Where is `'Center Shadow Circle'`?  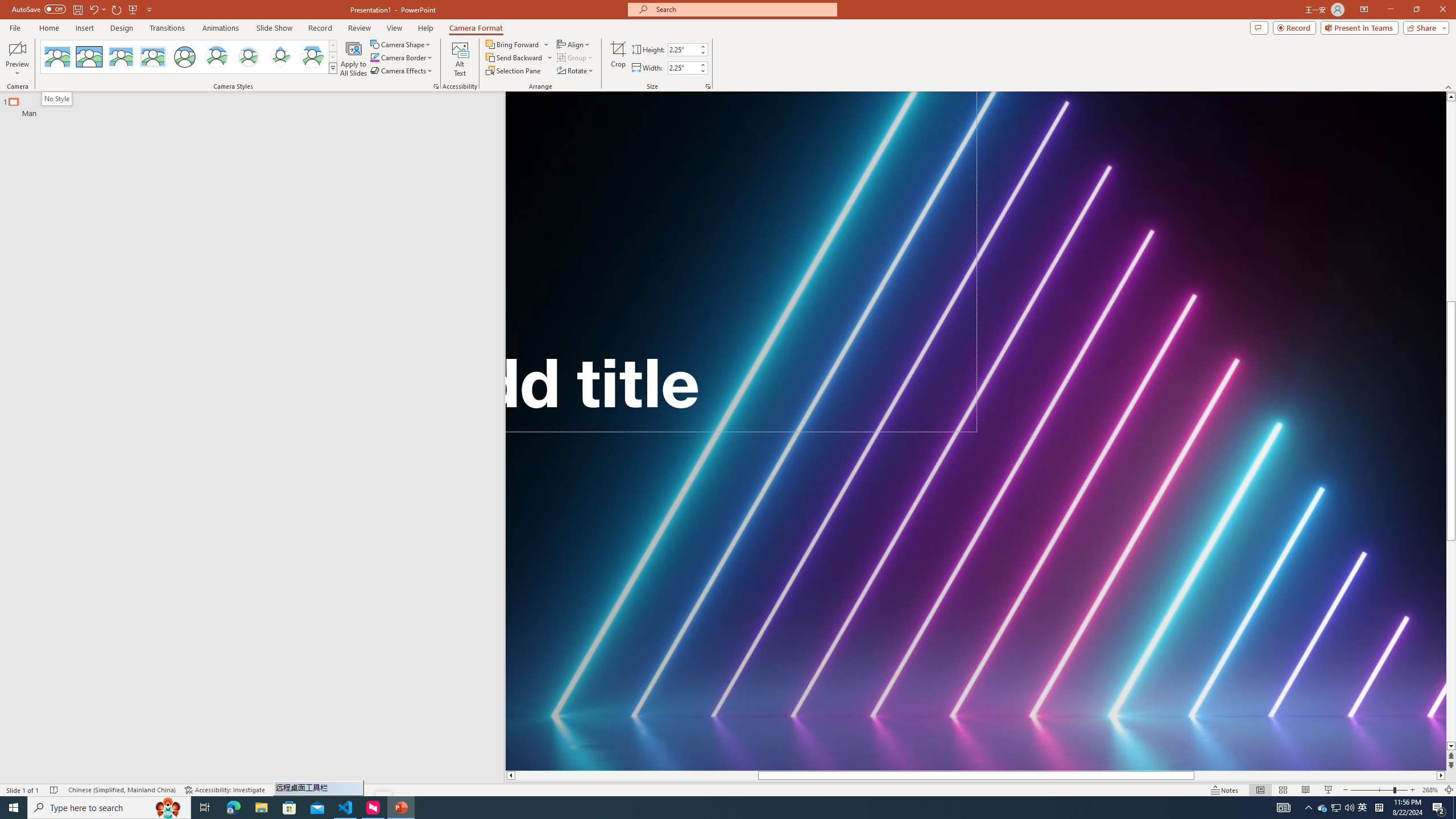
'Center Shadow Circle' is located at coordinates (216, 56).